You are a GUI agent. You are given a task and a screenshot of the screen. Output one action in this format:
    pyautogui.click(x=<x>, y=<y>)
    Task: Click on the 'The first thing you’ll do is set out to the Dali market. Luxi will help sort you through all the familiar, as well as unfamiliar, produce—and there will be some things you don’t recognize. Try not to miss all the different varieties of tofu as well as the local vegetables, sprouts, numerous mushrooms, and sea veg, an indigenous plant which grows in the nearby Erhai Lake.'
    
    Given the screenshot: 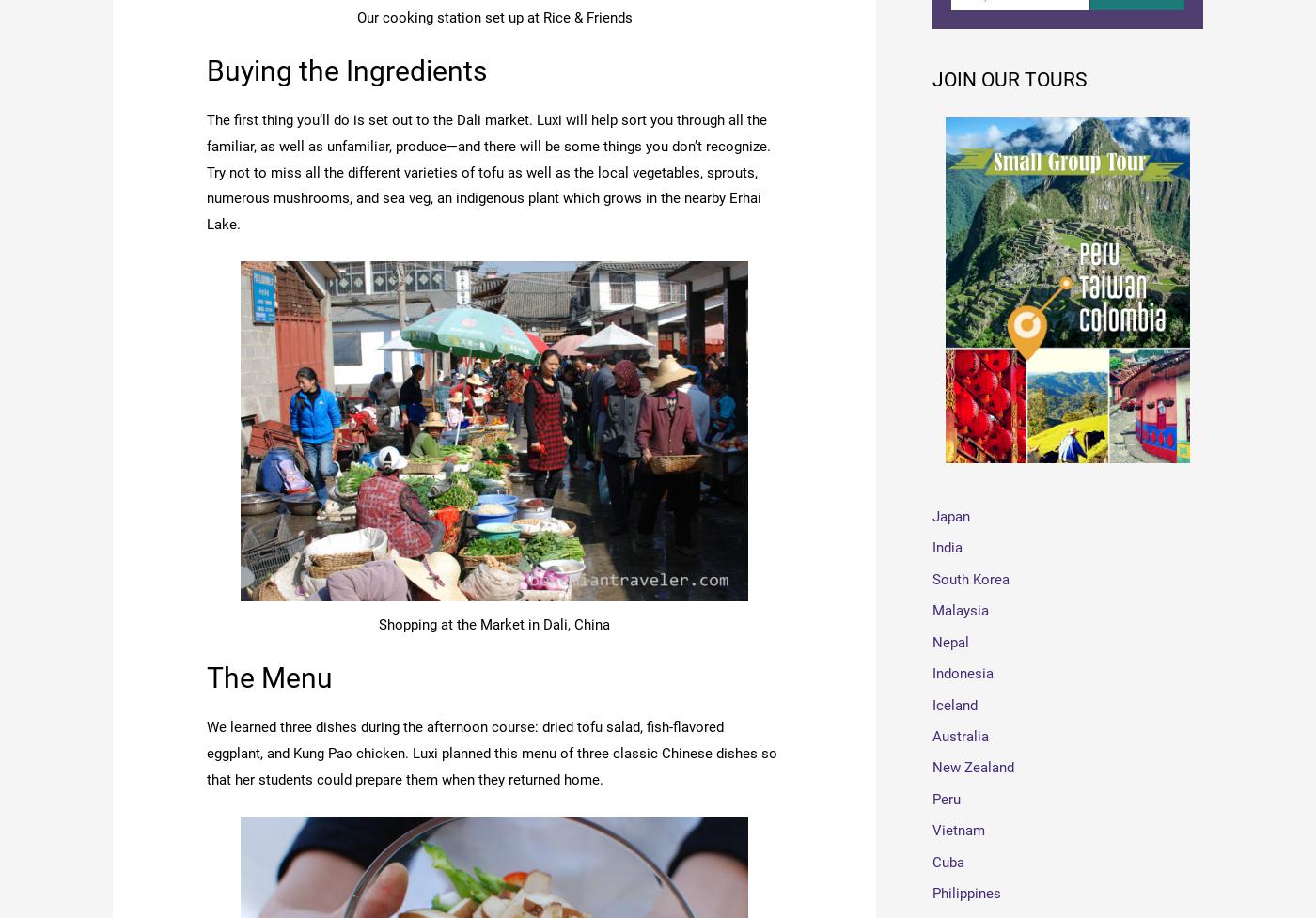 What is the action you would take?
    pyautogui.click(x=488, y=170)
    